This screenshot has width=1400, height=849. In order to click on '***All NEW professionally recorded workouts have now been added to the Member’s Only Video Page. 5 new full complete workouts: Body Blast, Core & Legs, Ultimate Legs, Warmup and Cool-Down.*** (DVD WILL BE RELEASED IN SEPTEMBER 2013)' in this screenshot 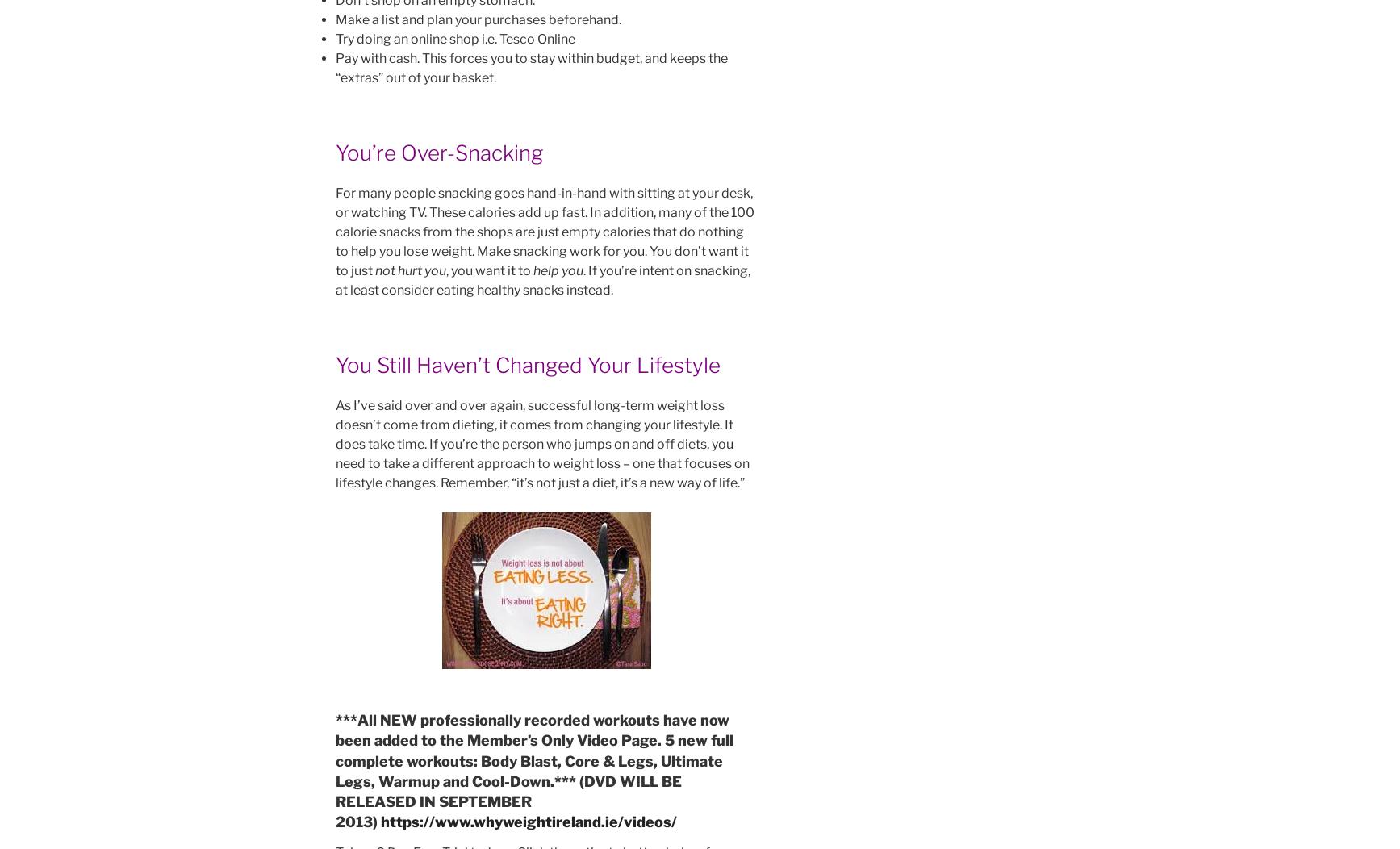, I will do `click(533, 770)`.